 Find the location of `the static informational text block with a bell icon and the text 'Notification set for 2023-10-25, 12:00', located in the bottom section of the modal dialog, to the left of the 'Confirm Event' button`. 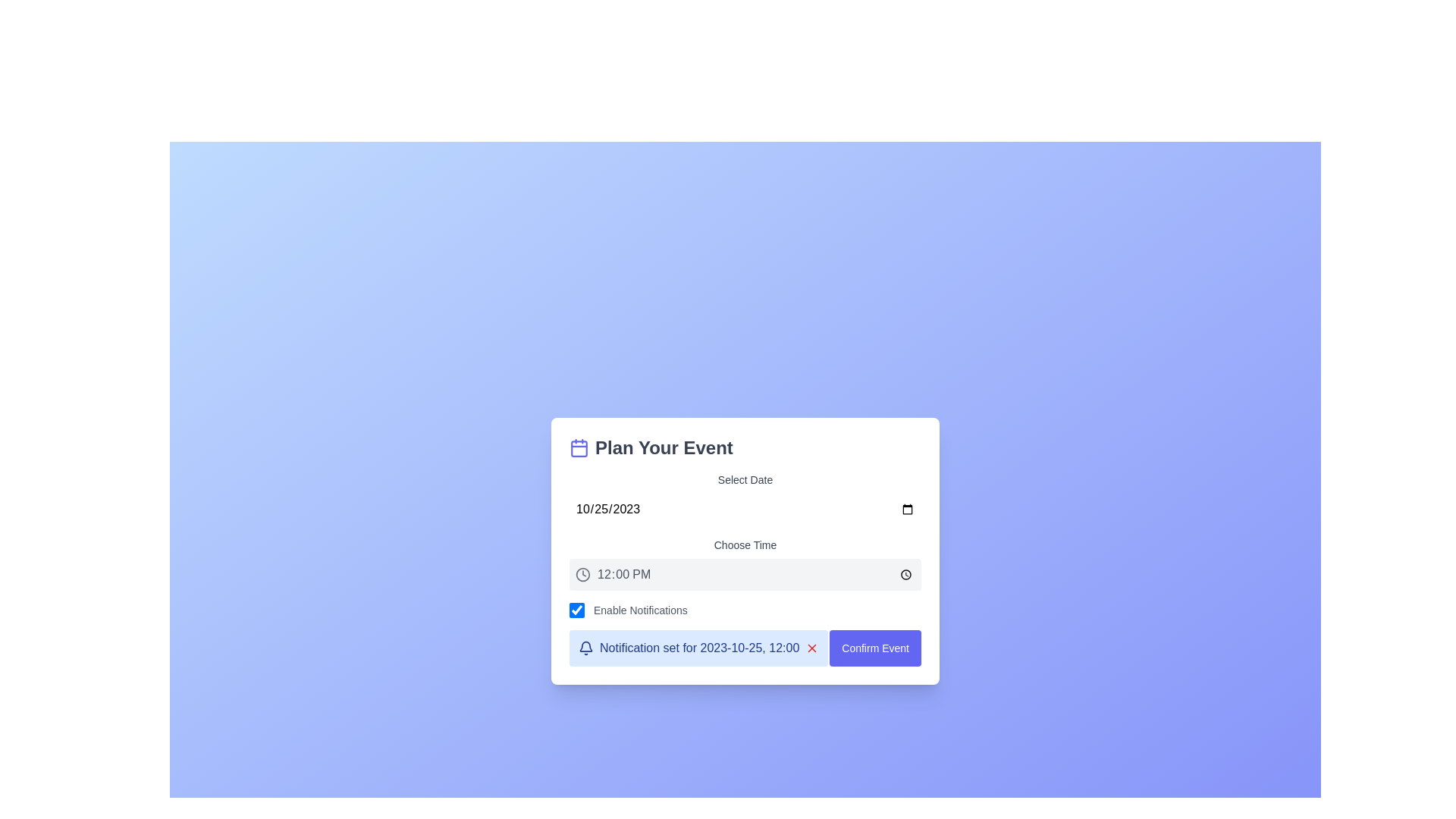

the static informational text block with a bell icon and the text 'Notification set for 2023-10-25, 12:00', located in the bottom section of the modal dialog, to the left of the 'Confirm Event' button is located at coordinates (698, 648).